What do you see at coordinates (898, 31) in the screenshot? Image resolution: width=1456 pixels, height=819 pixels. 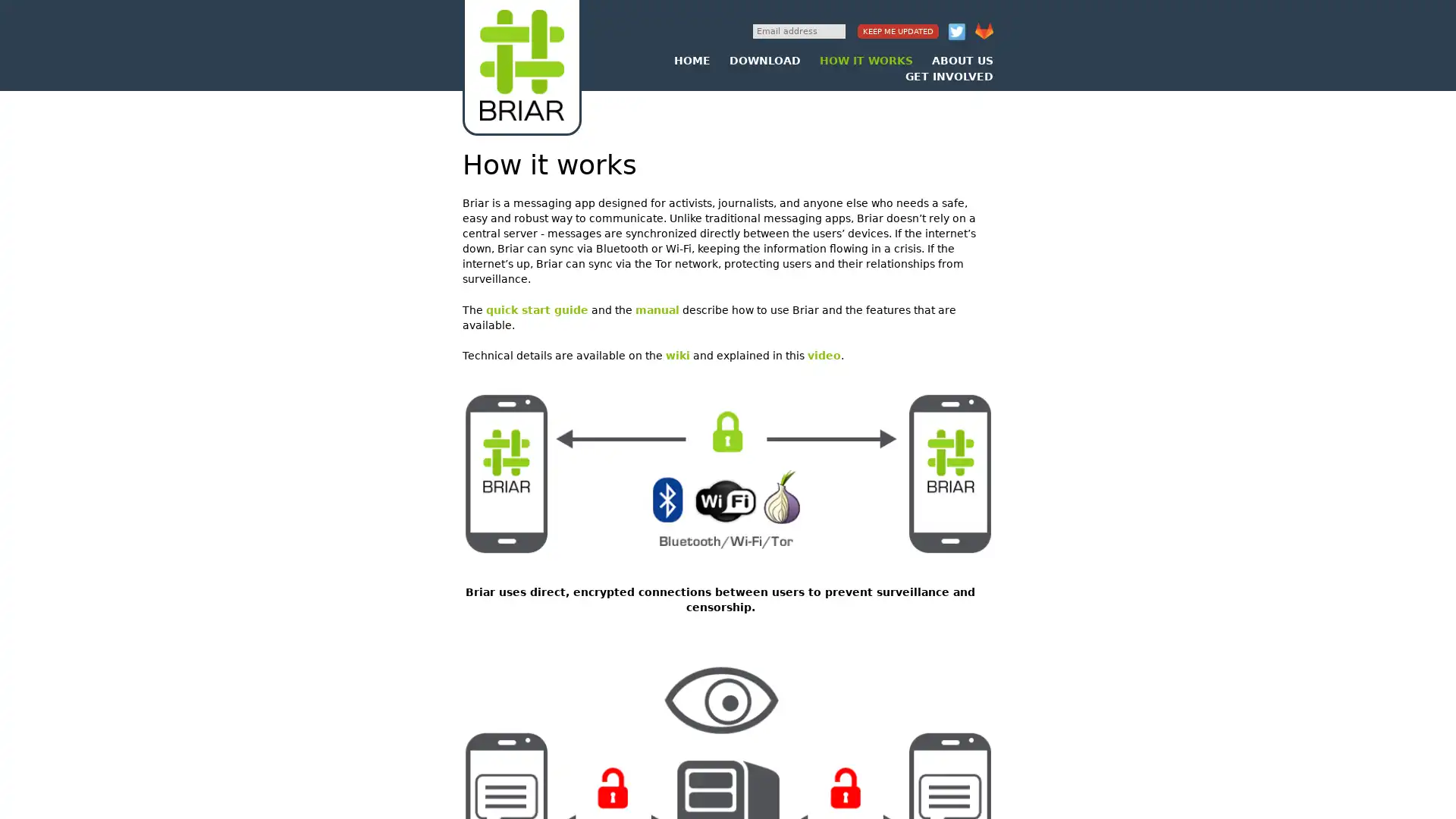 I see `KEEP ME UPDATED` at bounding box center [898, 31].